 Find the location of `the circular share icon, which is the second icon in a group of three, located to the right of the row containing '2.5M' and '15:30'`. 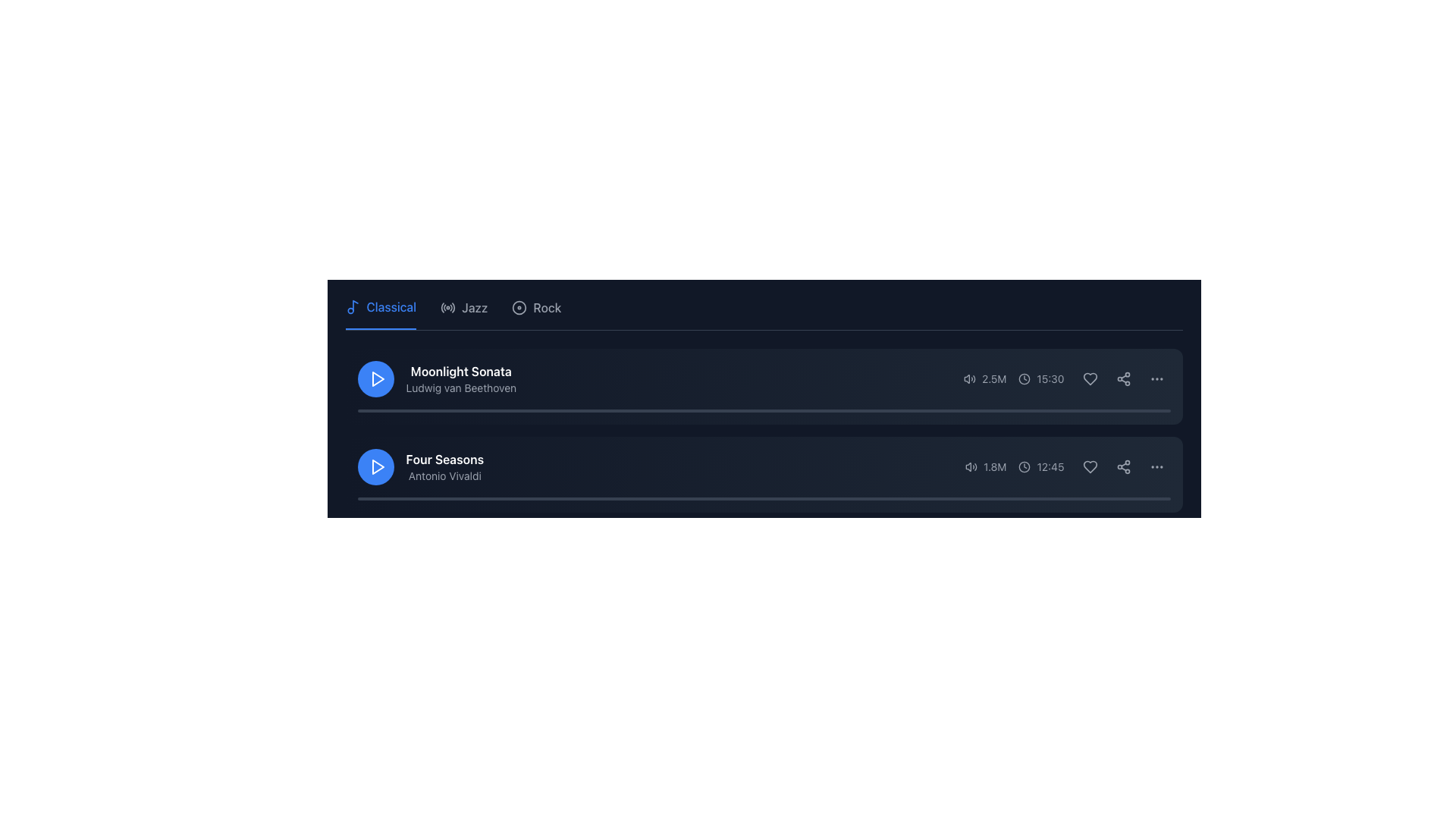

the circular share icon, which is the second icon in a group of three, located to the right of the row containing '2.5M' and '15:30' is located at coordinates (1123, 378).